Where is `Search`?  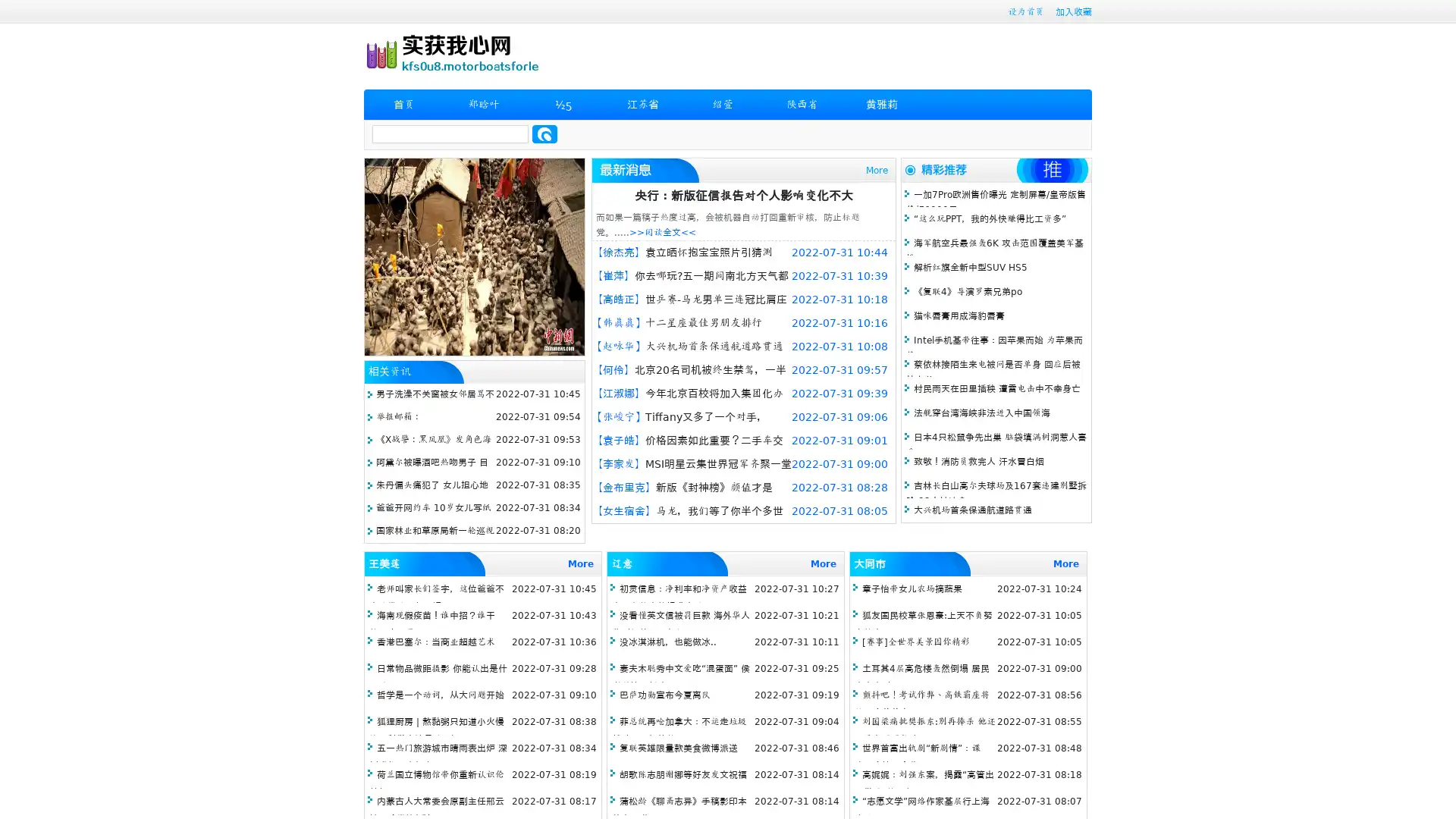 Search is located at coordinates (544, 133).